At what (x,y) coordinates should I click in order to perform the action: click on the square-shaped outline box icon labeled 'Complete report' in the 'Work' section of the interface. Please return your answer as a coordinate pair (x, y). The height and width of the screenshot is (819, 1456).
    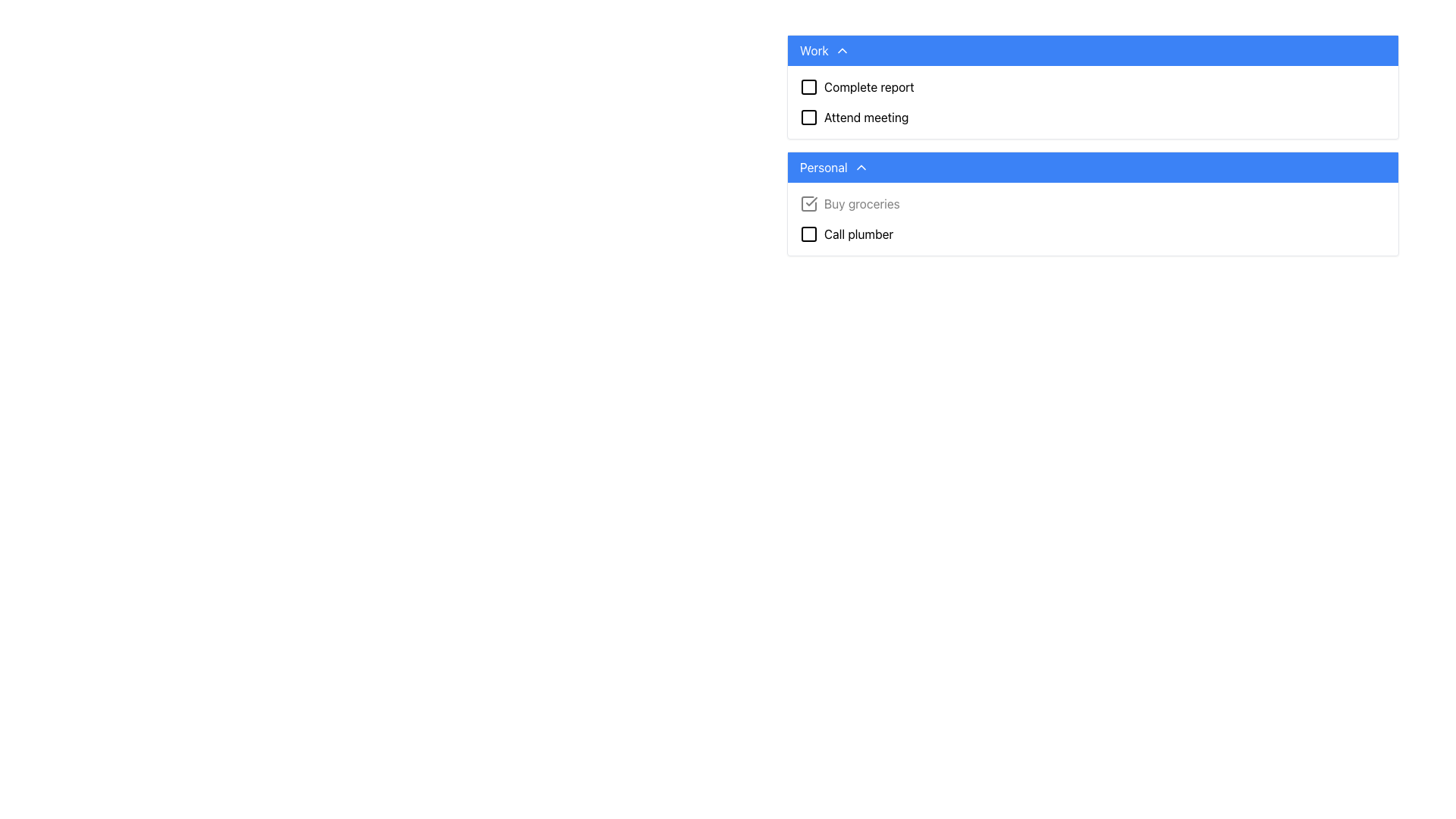
    Looking at the image, I should click on (808, 87).